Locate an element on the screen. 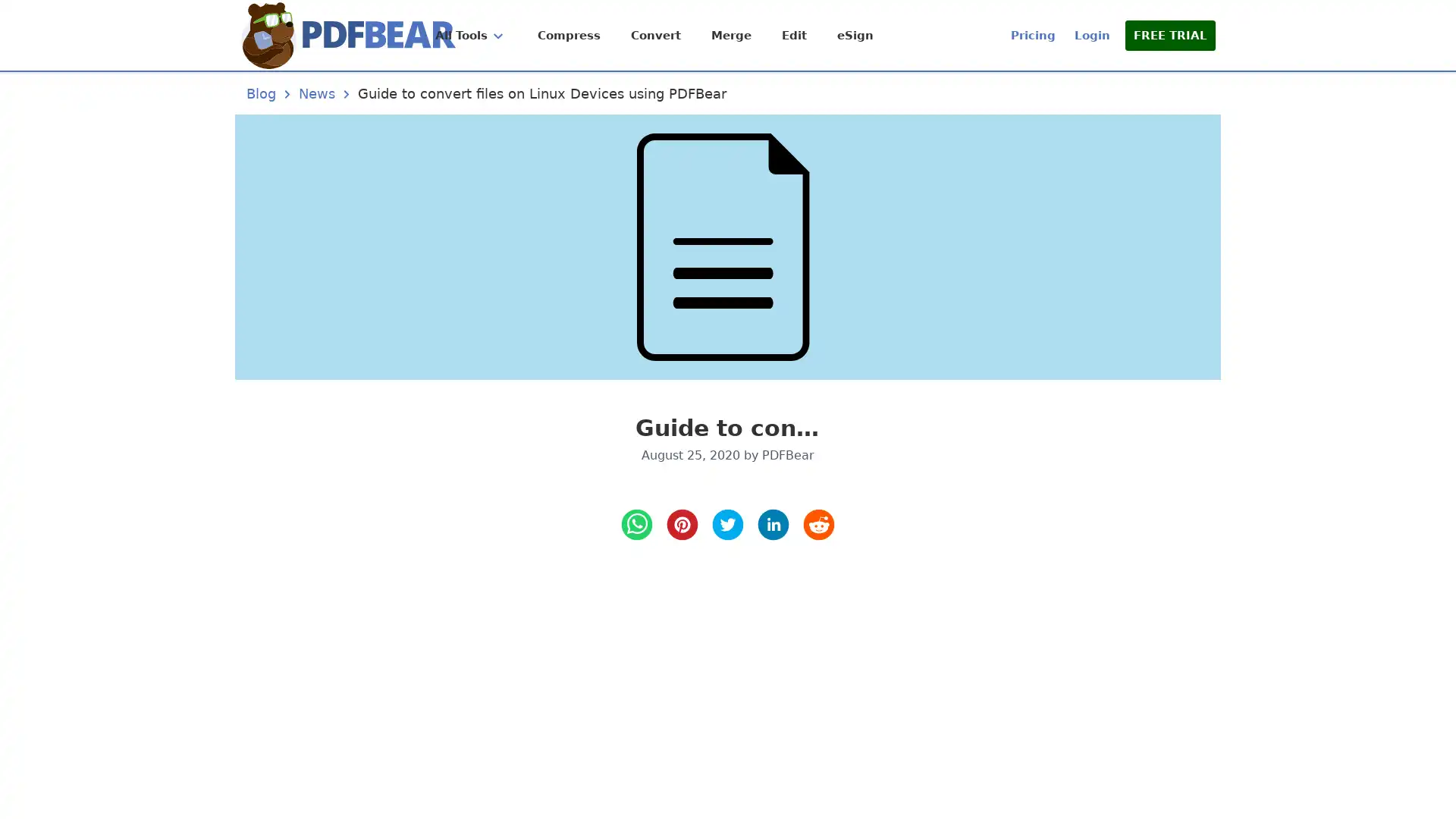 This screenshot has width=1456, height=819. whatsapp is located at coordinates (637, 523).